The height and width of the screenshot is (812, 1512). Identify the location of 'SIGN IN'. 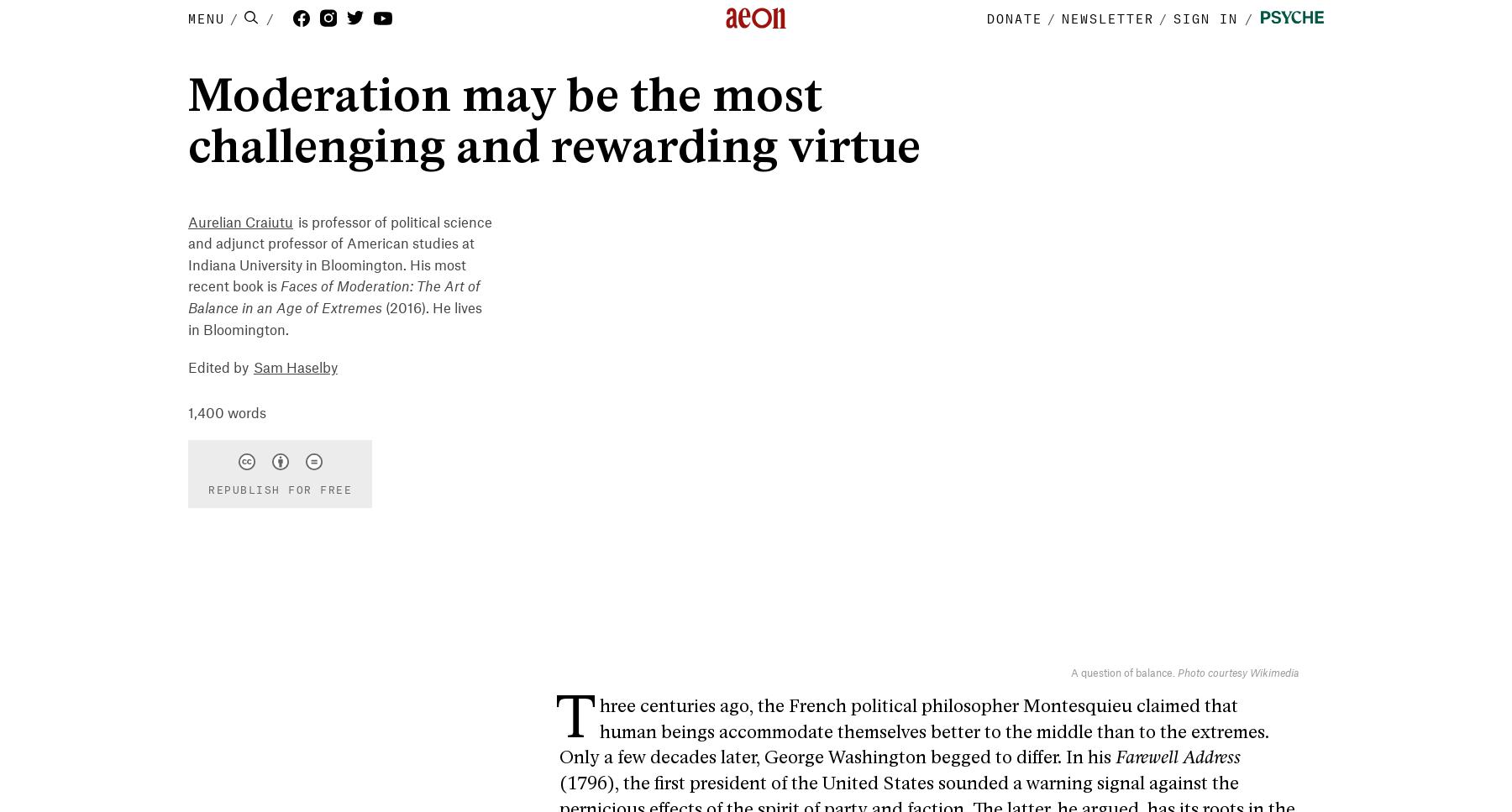
(1205, 17).